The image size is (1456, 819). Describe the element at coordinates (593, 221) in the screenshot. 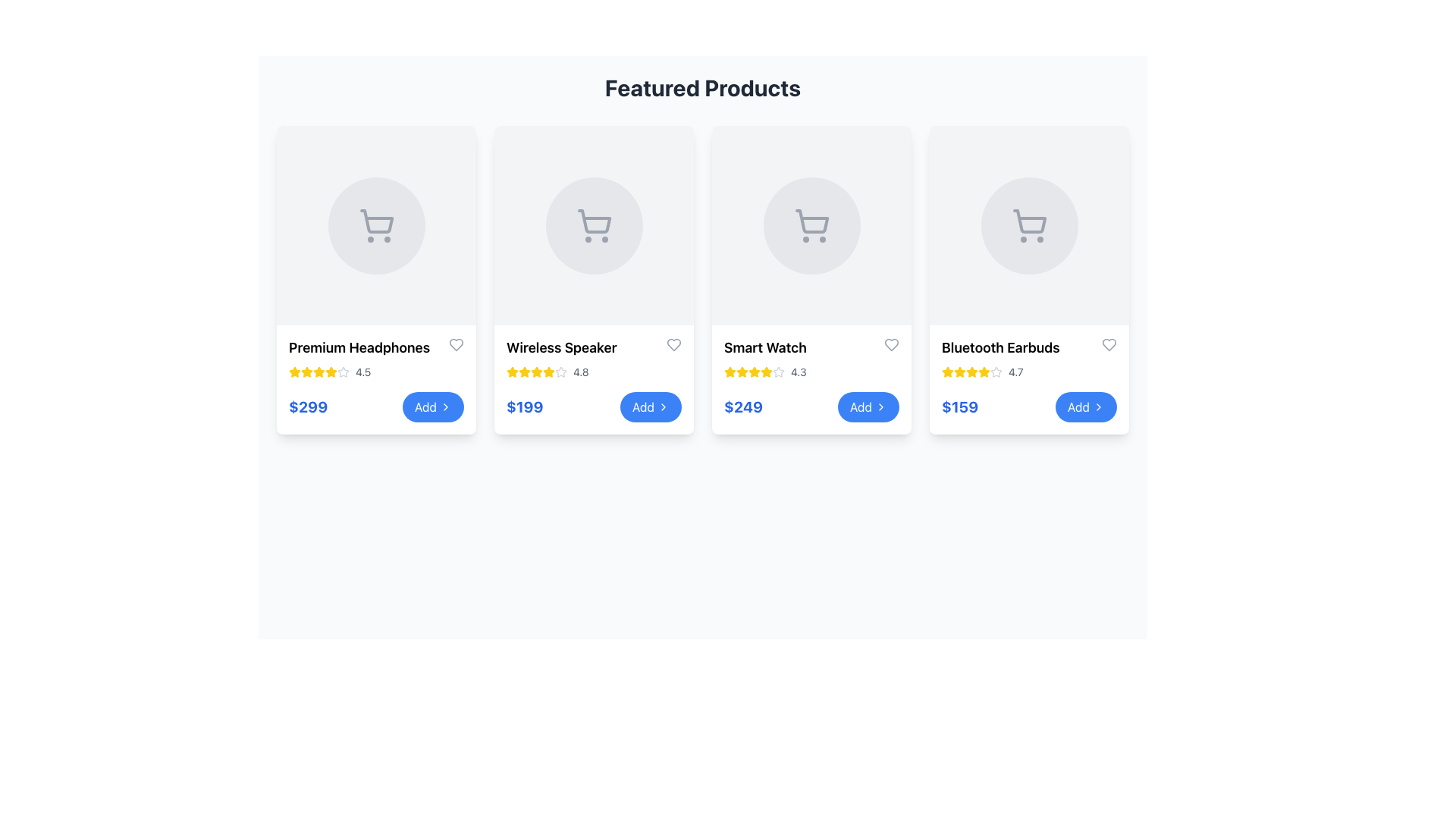

I see `the shopping cart basket icon, which is a gray outline within a circular gray placeholder, located in the second card titled 'Wireless Speaker'` at that location.